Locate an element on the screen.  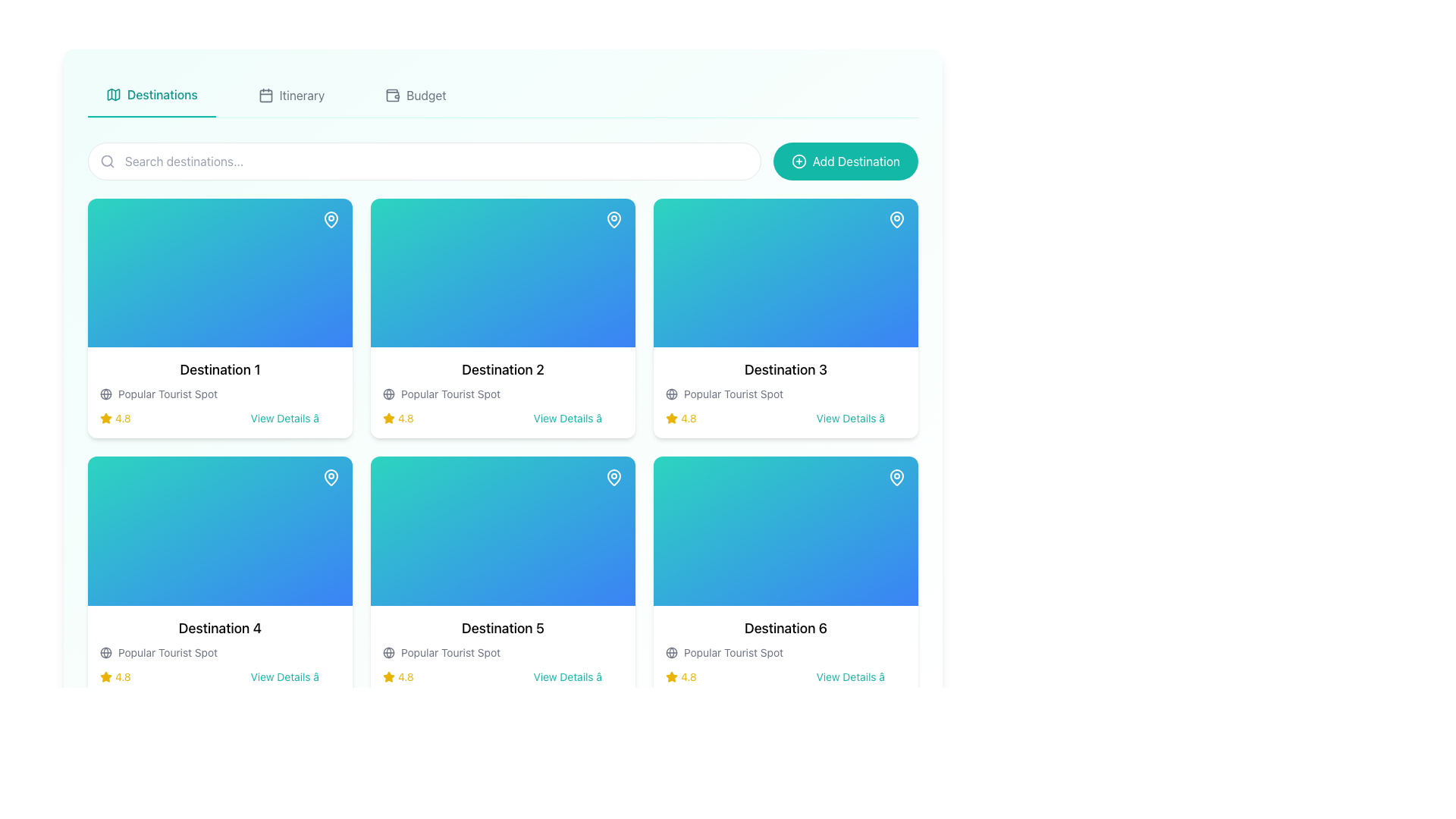
the small circular globe icon with a grid-like design located to the left of the text 'Popular Tourist Spot' within the 'Destination 5' card is located at coordinates (389, 651).